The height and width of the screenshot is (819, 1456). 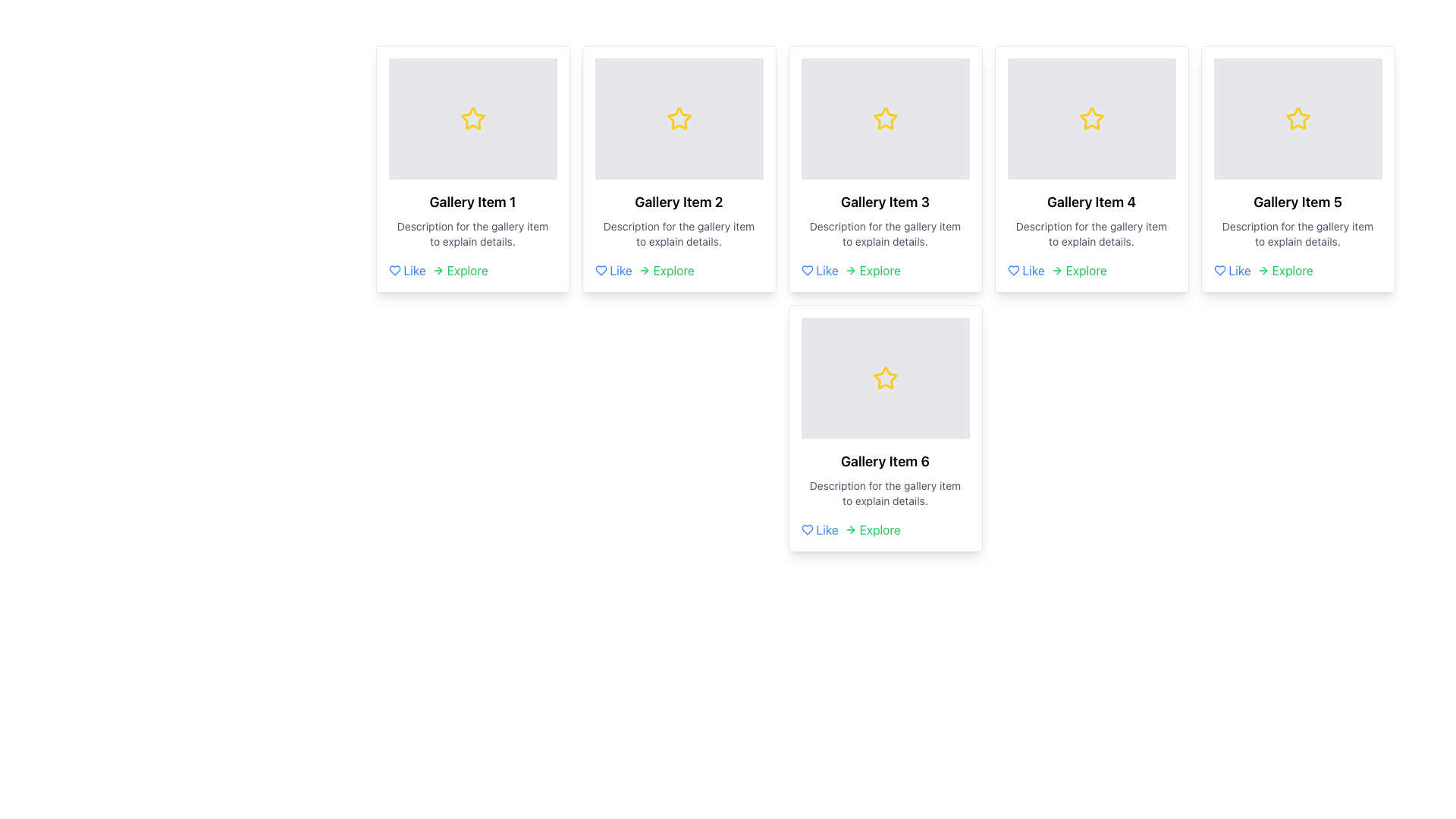 What do you see at coordinates (819, 529) in the screenshot?
I see `the blue 'Like' text link with a heart-shaped icon located at the bottom-left corner of the card section labeled 'Gallery Item 6' to like the gallery item` at bounding box center [819, 529].